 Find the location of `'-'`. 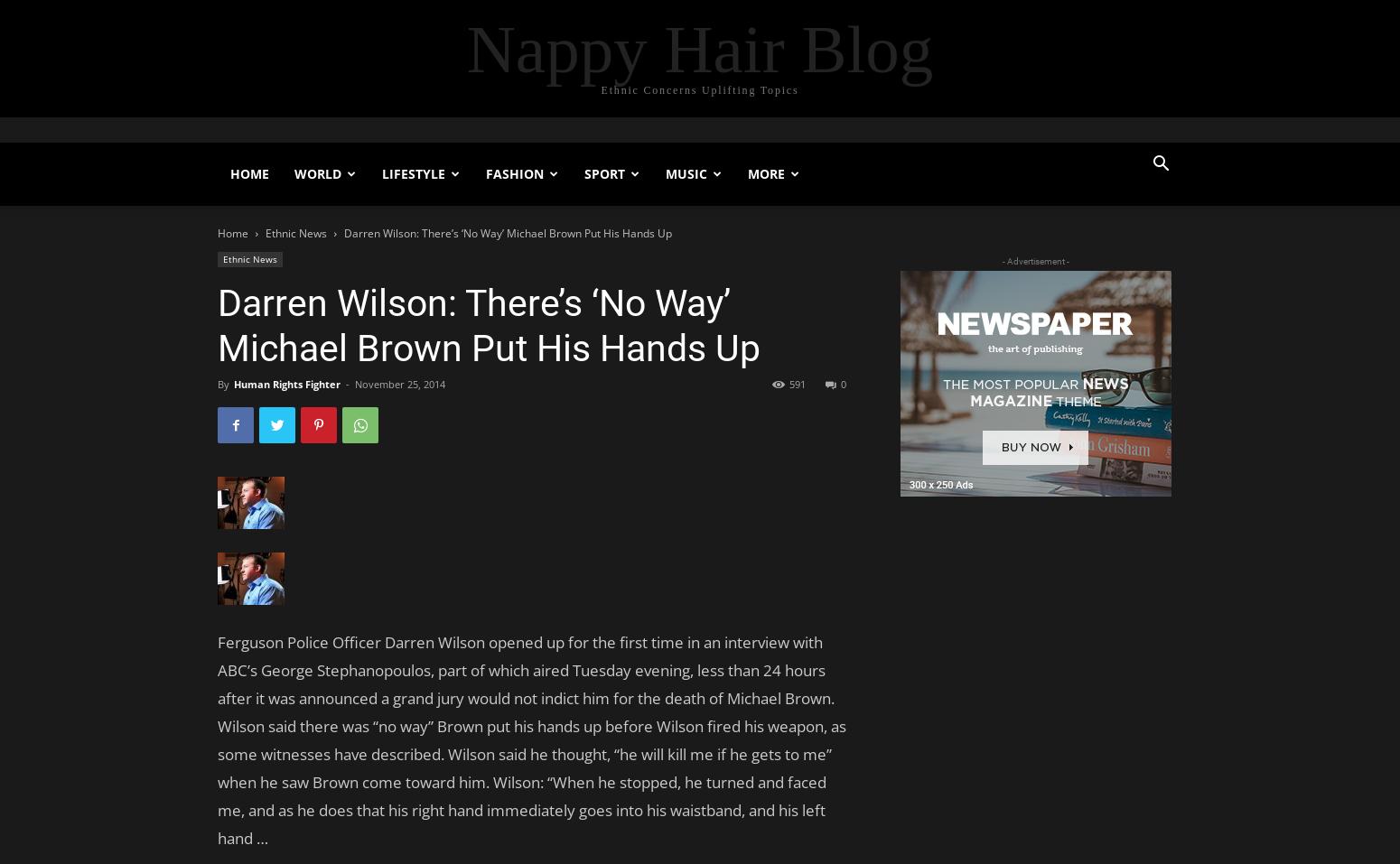

'-' is located at coordinates (345, 383).